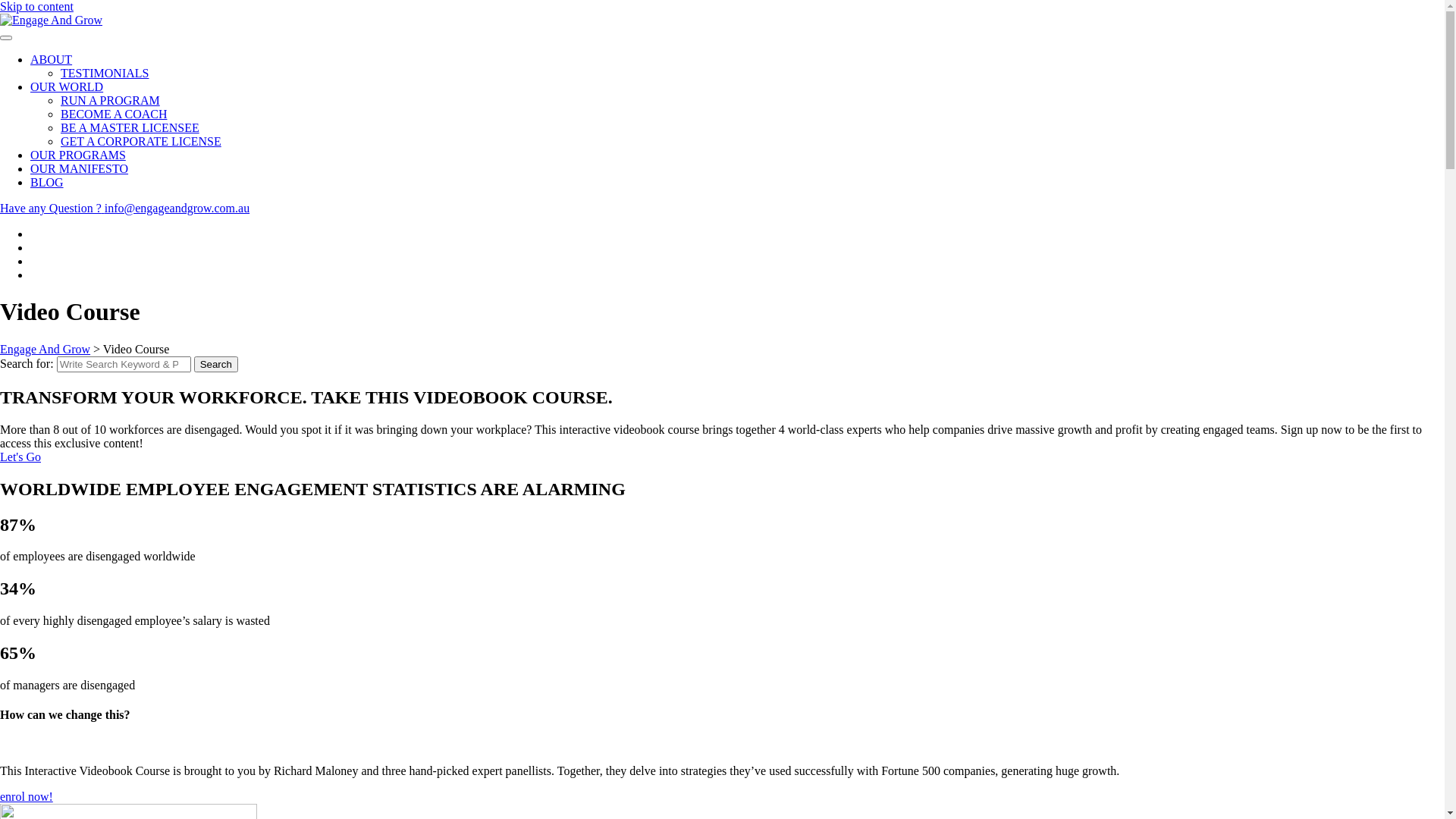 The image size is (1456, 819). I want to click on 'OUR MANIFESTO', so click(30, 168).